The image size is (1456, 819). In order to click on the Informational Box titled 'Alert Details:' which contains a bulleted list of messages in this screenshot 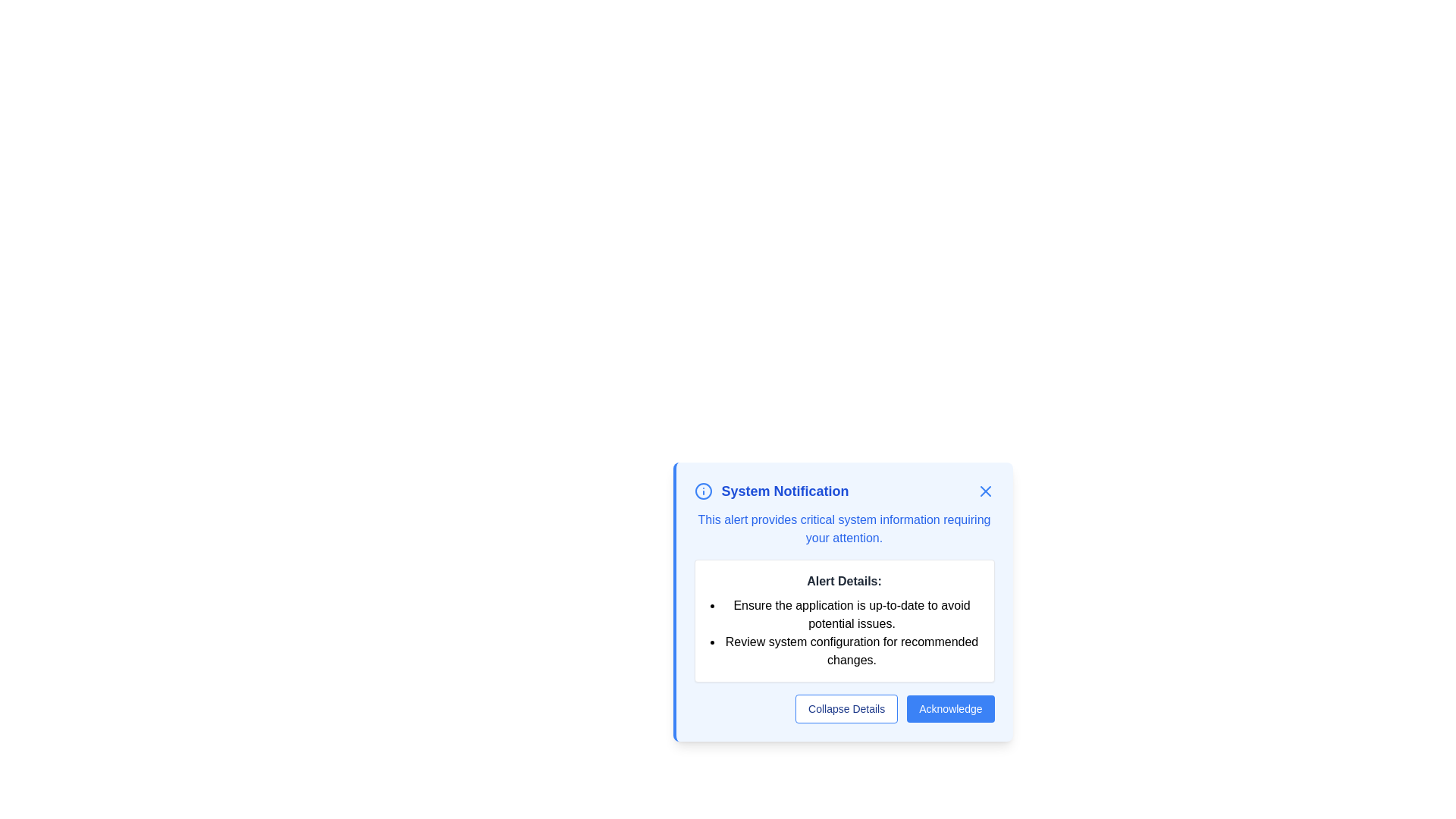, I will do `click(843, 620)`.